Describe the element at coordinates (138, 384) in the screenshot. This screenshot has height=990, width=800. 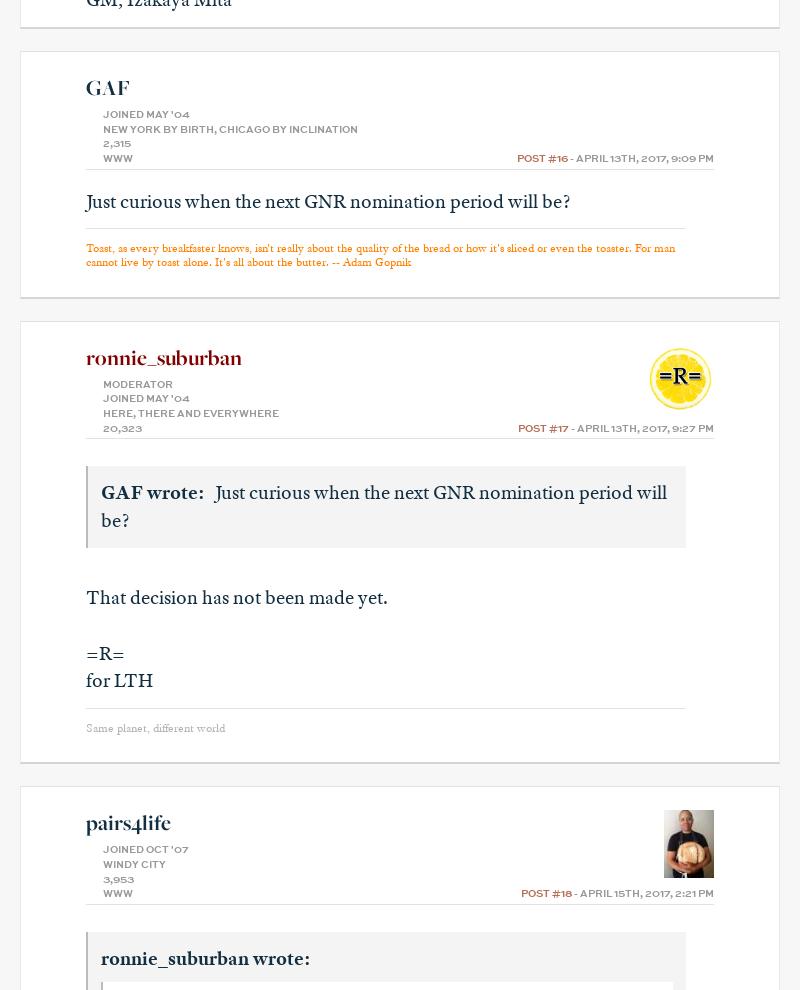
I see `'Moderator'` at that location.